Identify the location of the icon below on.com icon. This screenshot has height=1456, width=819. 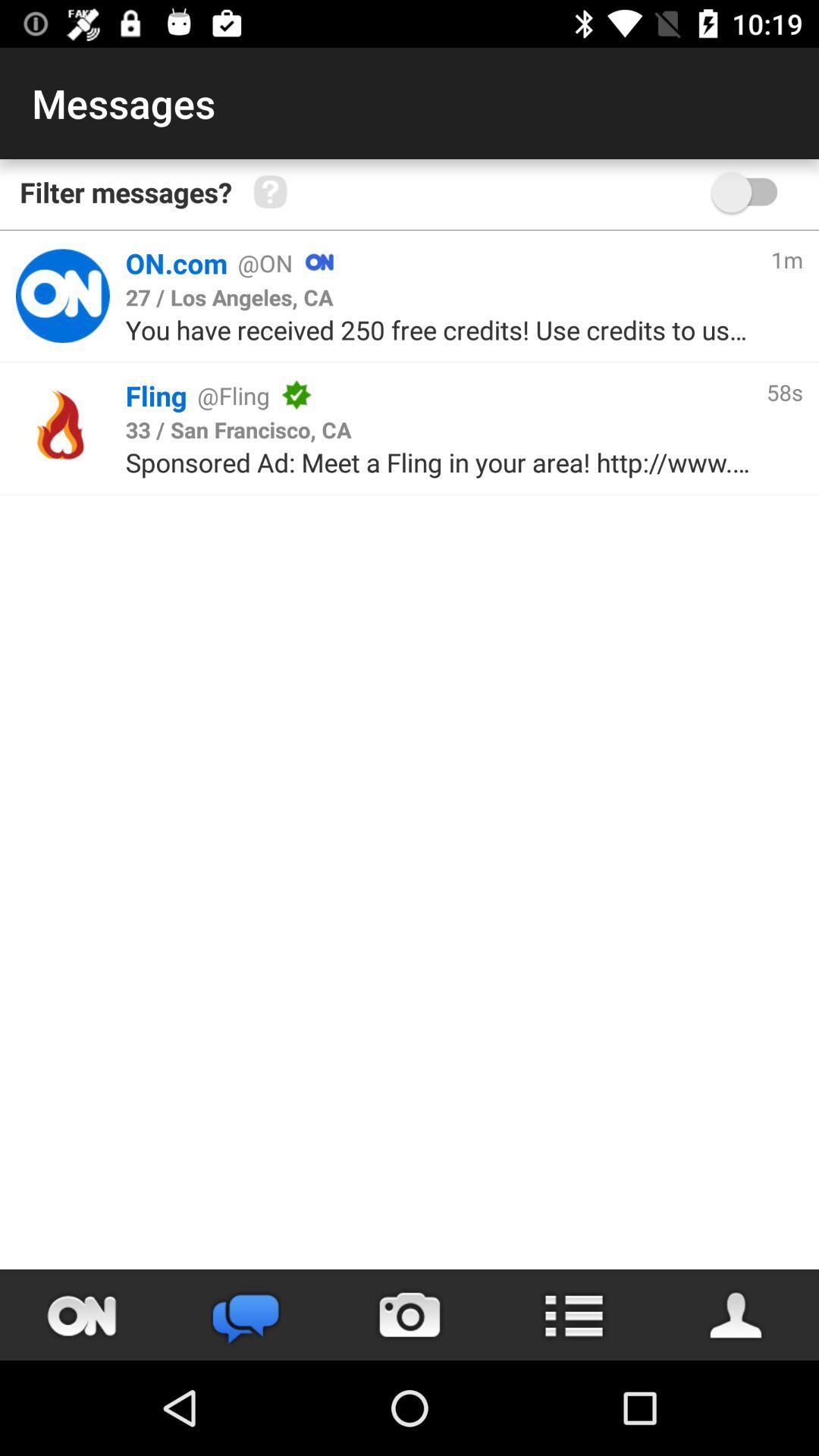
(229, 297).